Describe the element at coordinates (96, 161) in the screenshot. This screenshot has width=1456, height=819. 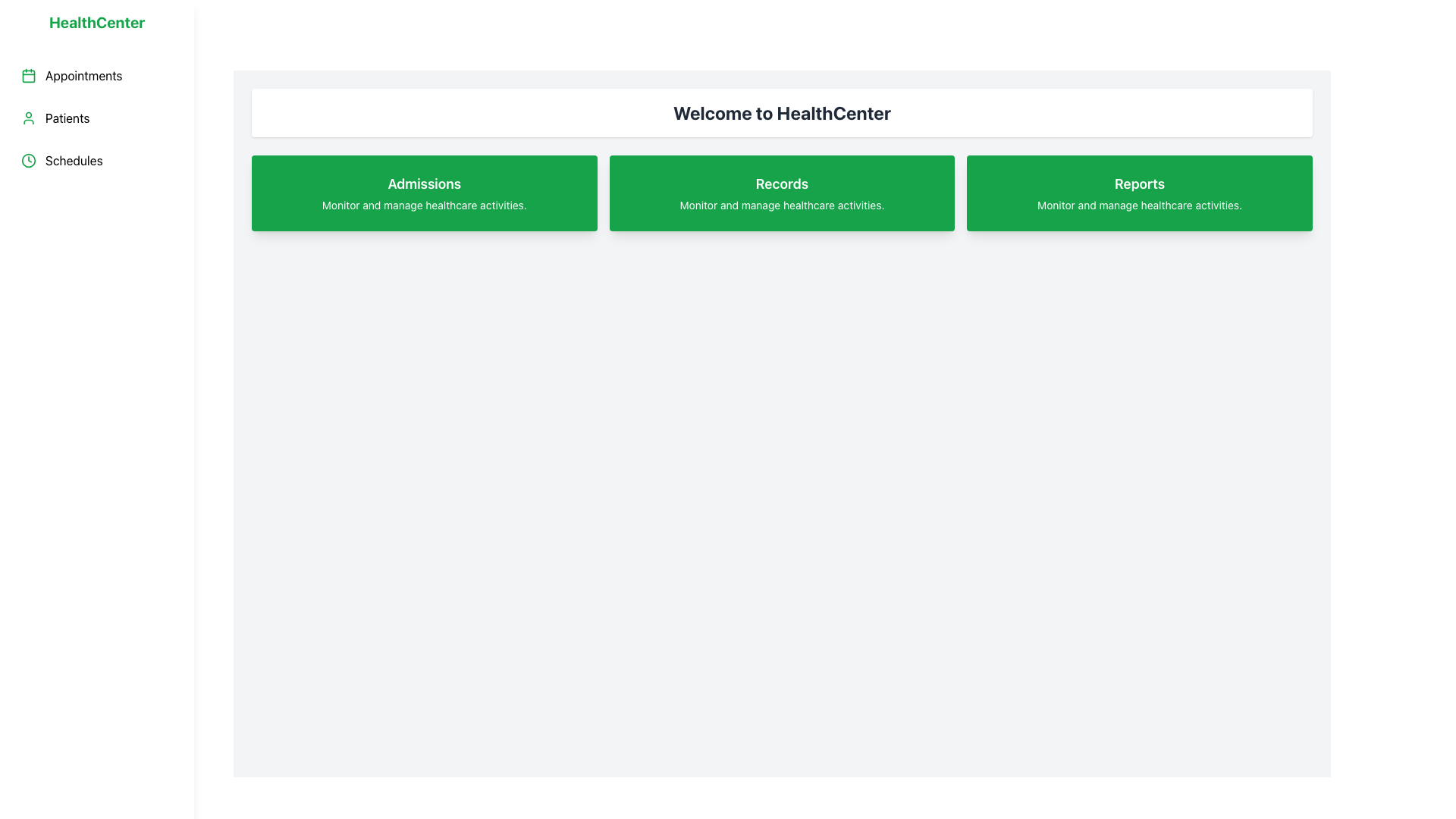
I see `the 'Schedules' navigation button in the left sidebar` at that location.